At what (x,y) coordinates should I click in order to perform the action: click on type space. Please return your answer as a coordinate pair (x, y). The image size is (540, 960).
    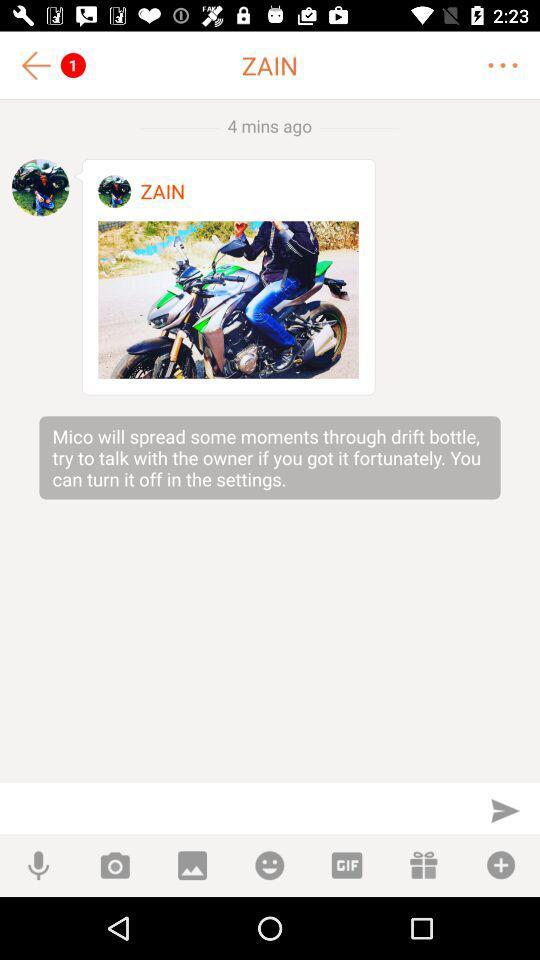
    Looking at the image, I should click on (234, 808).